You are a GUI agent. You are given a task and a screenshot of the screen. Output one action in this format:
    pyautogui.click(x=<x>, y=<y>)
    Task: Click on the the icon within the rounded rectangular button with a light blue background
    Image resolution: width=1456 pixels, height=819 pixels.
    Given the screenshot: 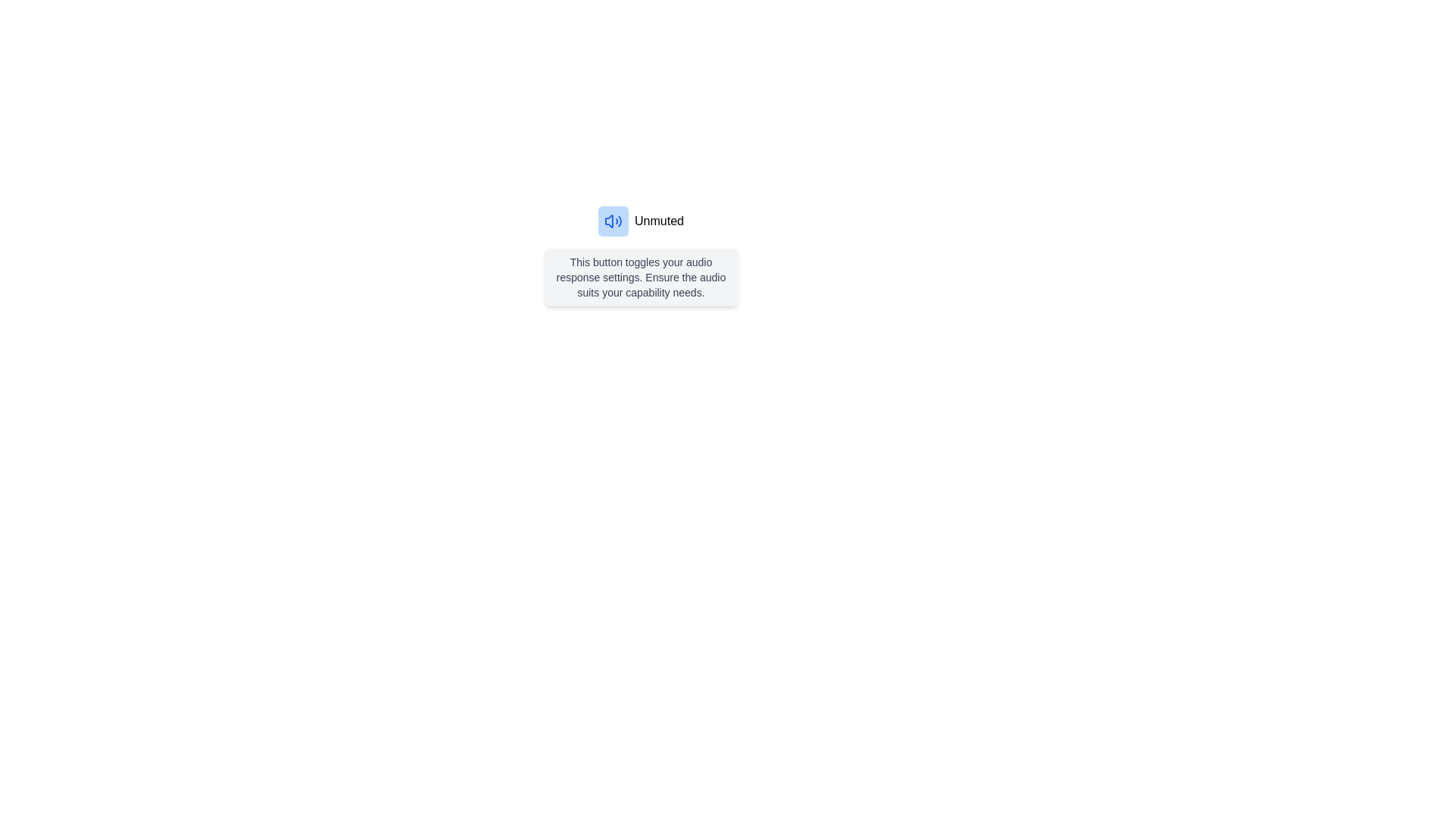 What is the action you would take?
    pyautogui.click(x=613, y=221)
    